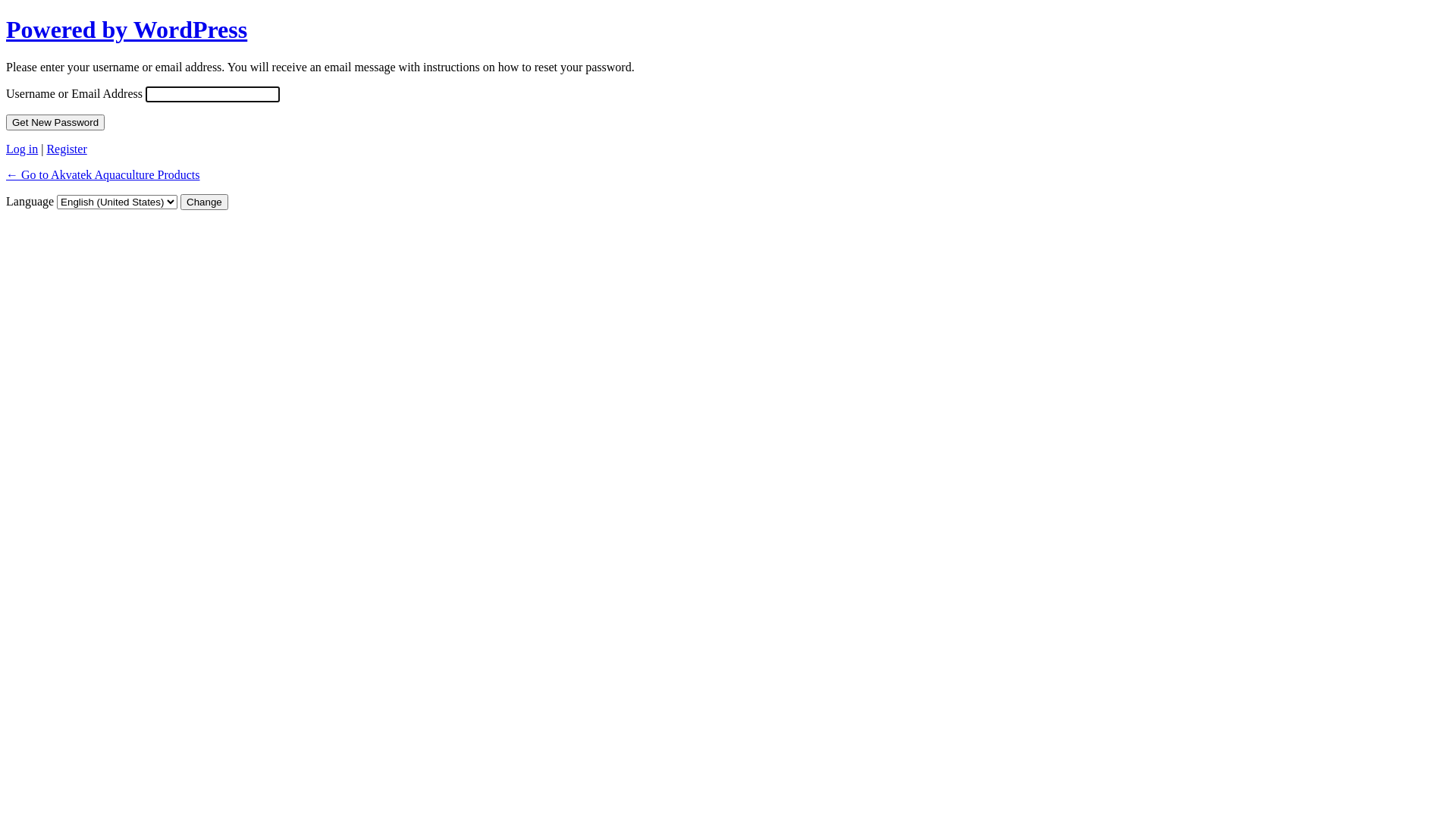  What do you see at coordinates (21, 149) in the screenshot?
I see `'Log in'` at bounding box center [21, 149].